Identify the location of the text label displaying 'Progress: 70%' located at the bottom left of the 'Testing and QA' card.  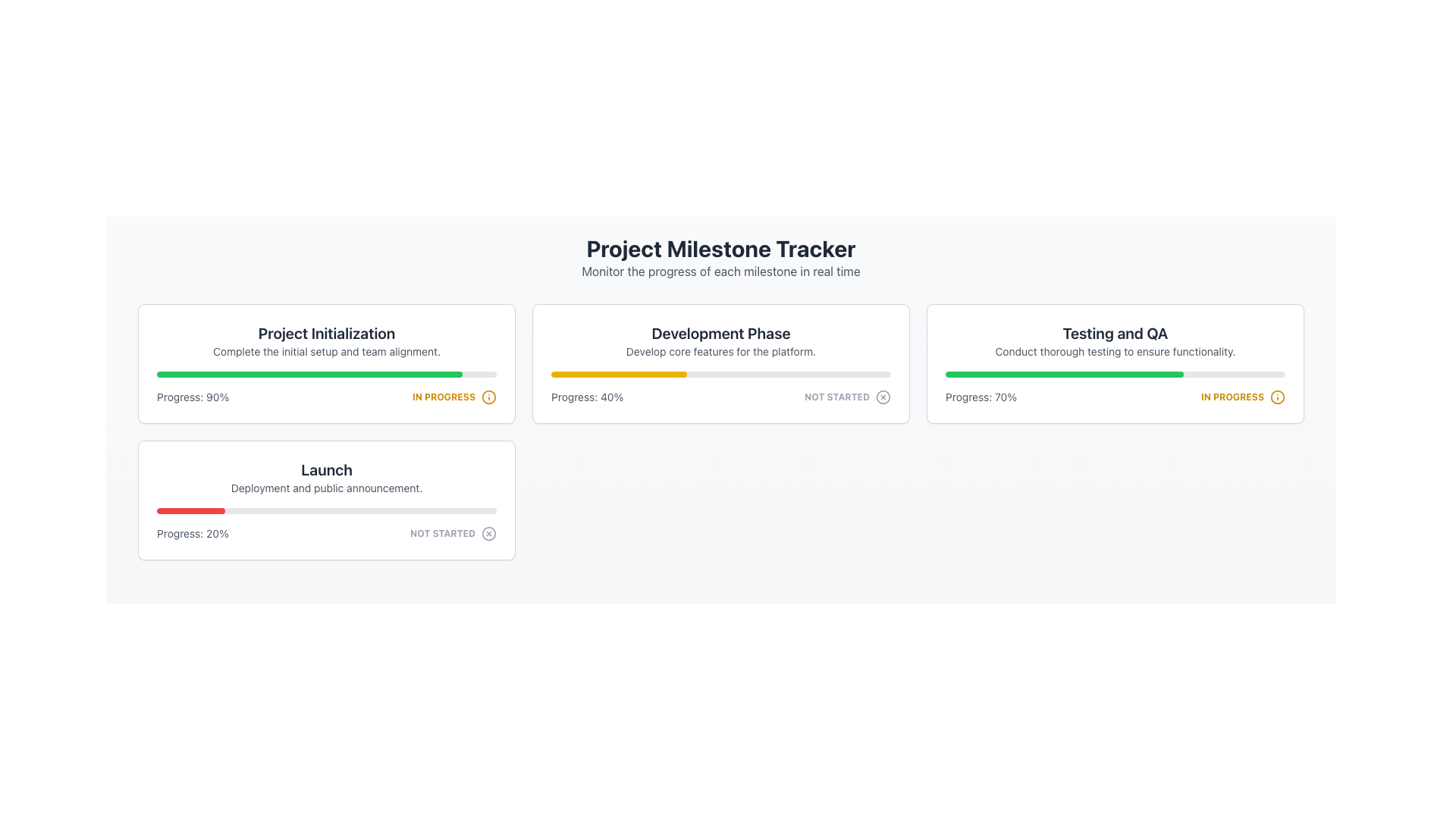
(981, 397).